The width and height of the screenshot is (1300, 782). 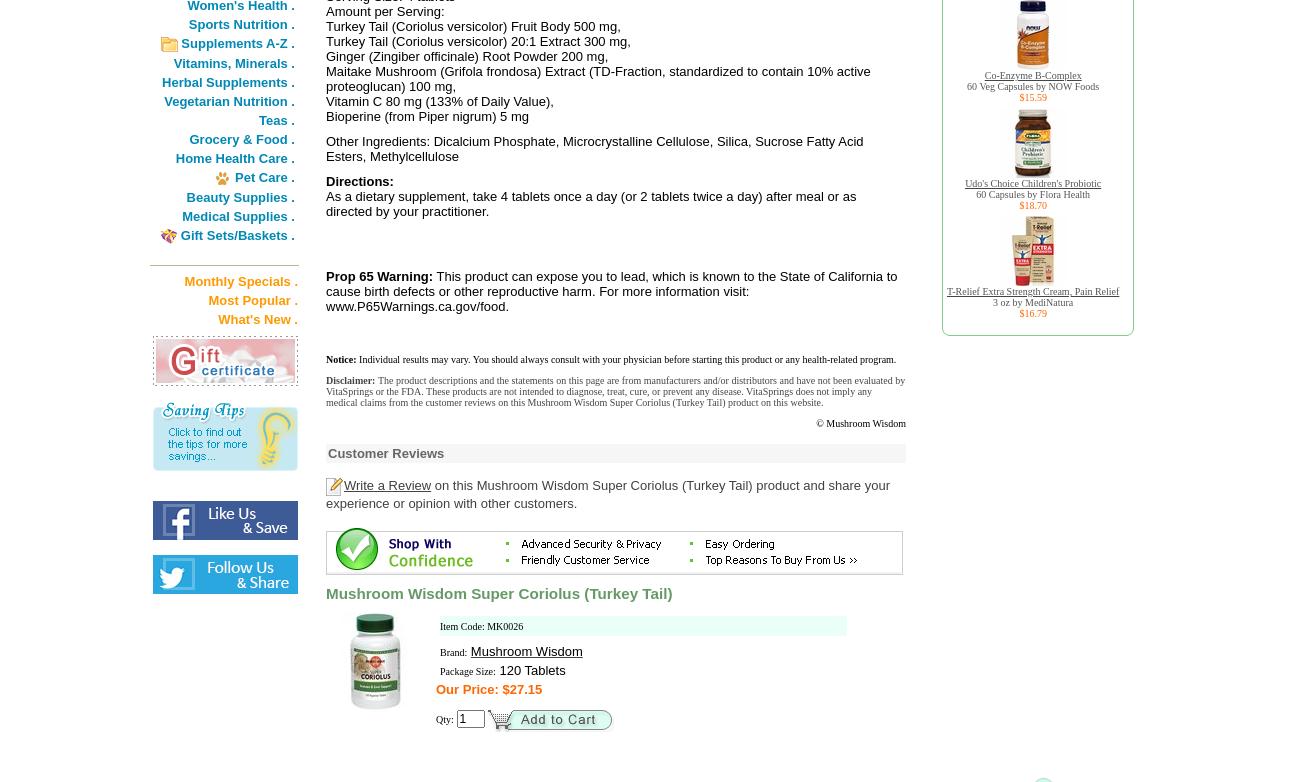 I want to click on '$18.70', so click(x=1032, y=204).